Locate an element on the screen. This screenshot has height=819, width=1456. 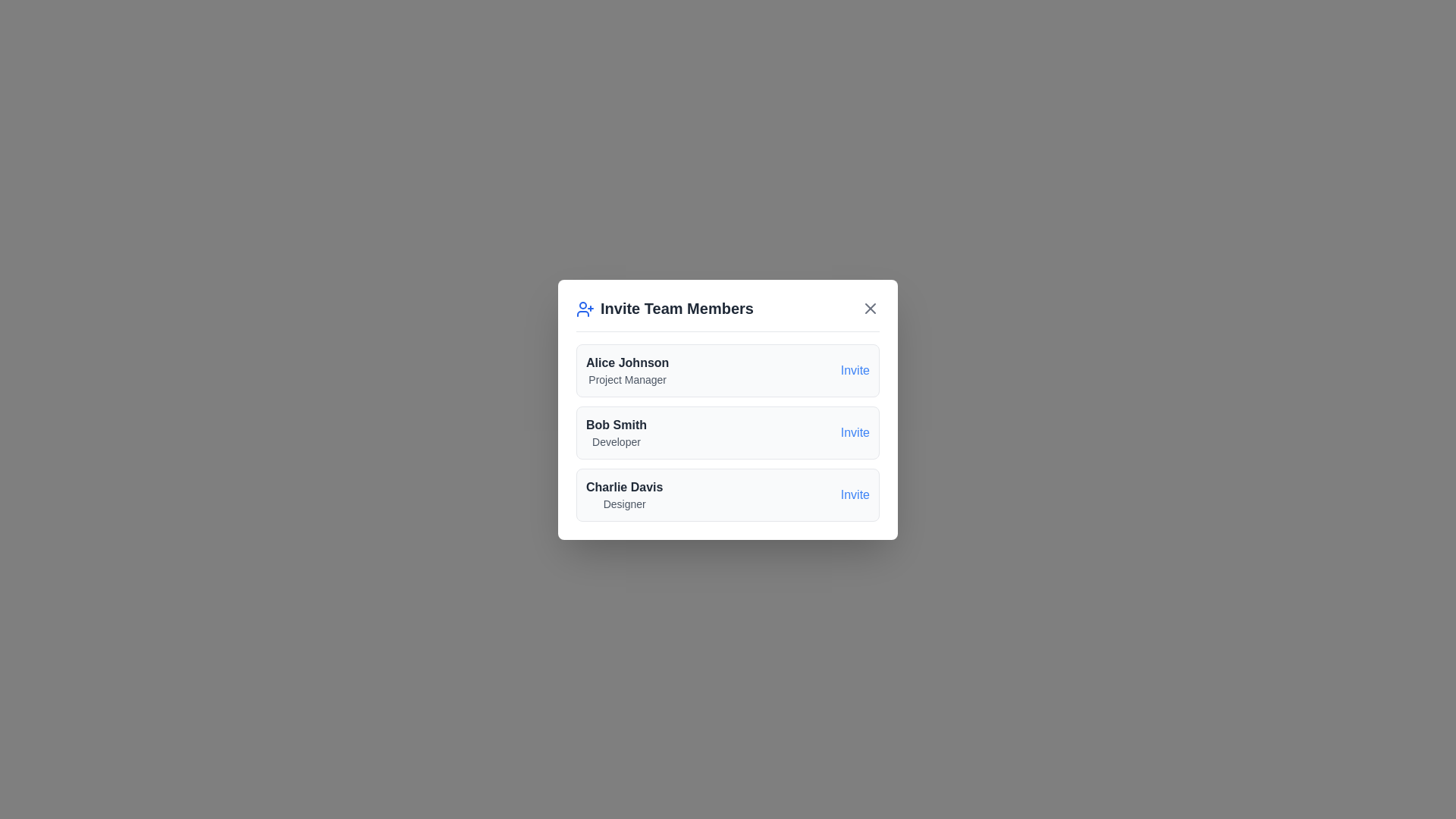
the close button to close the dialog is located at coordinates (870, 307).